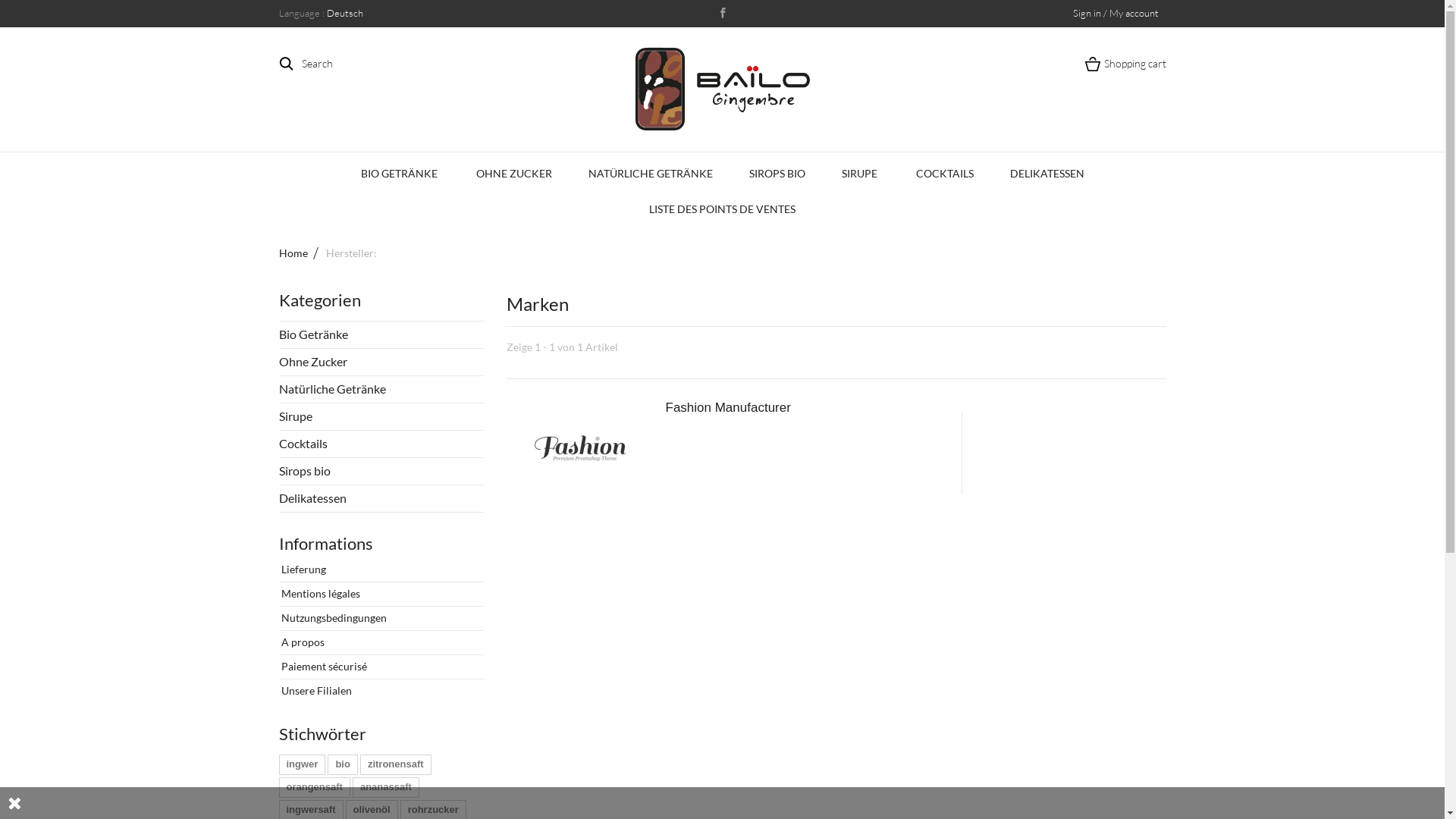 Image resolution: width=1456 pixels, height=819 pixels. Describe the element at coordinates (302, 569) in the screenshot. I see `'Lieferung'` at that location.